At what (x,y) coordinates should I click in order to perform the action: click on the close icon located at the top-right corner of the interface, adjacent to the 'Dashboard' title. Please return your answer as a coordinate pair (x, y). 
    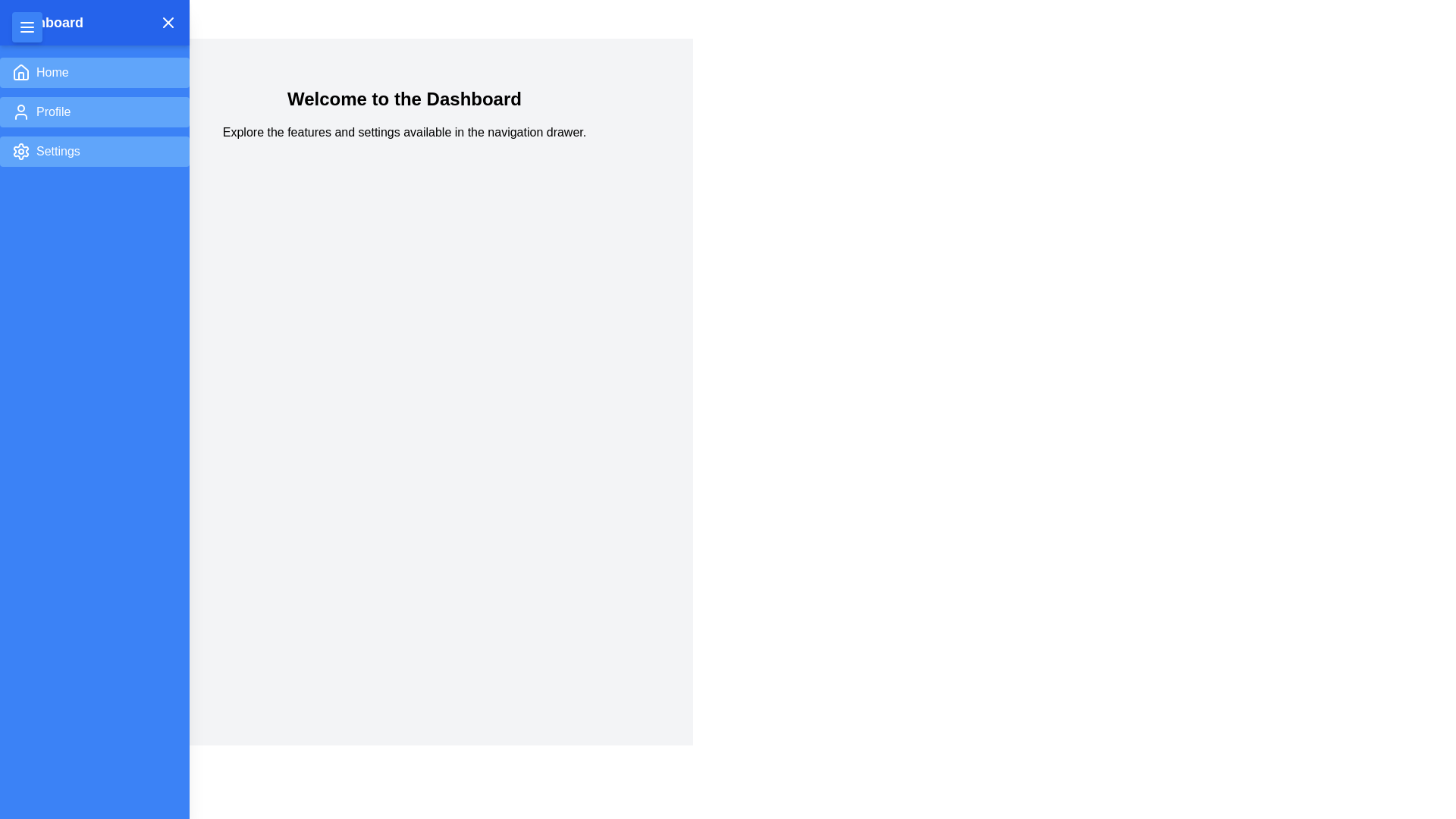
    Looking at the image, I should click on (168, 23).